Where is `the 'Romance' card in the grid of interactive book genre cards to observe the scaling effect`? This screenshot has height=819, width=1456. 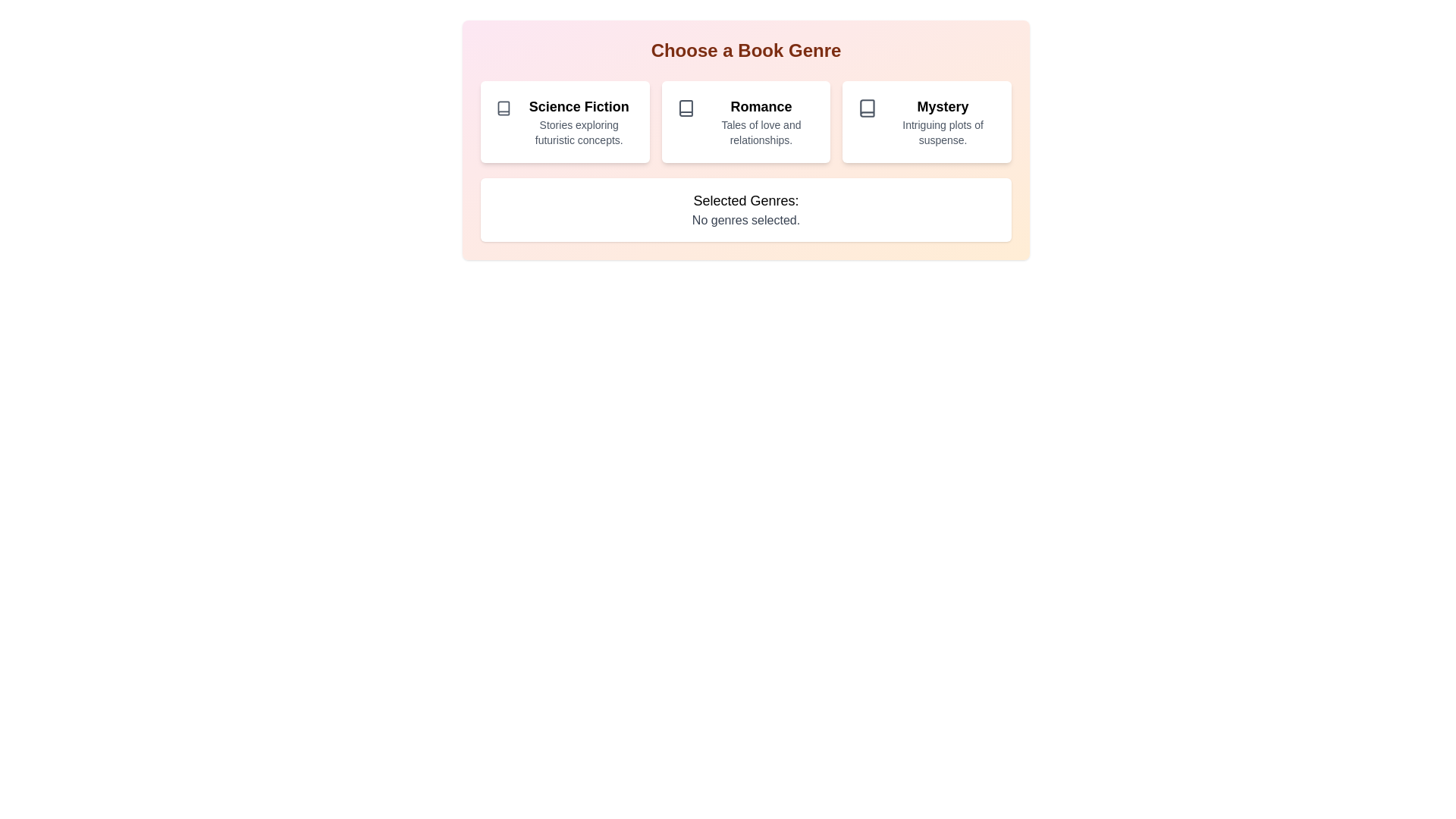 the 'Romance' card in the grid of interactive book genre cards to observe the scaling effect is located at coordinates (745, 121).